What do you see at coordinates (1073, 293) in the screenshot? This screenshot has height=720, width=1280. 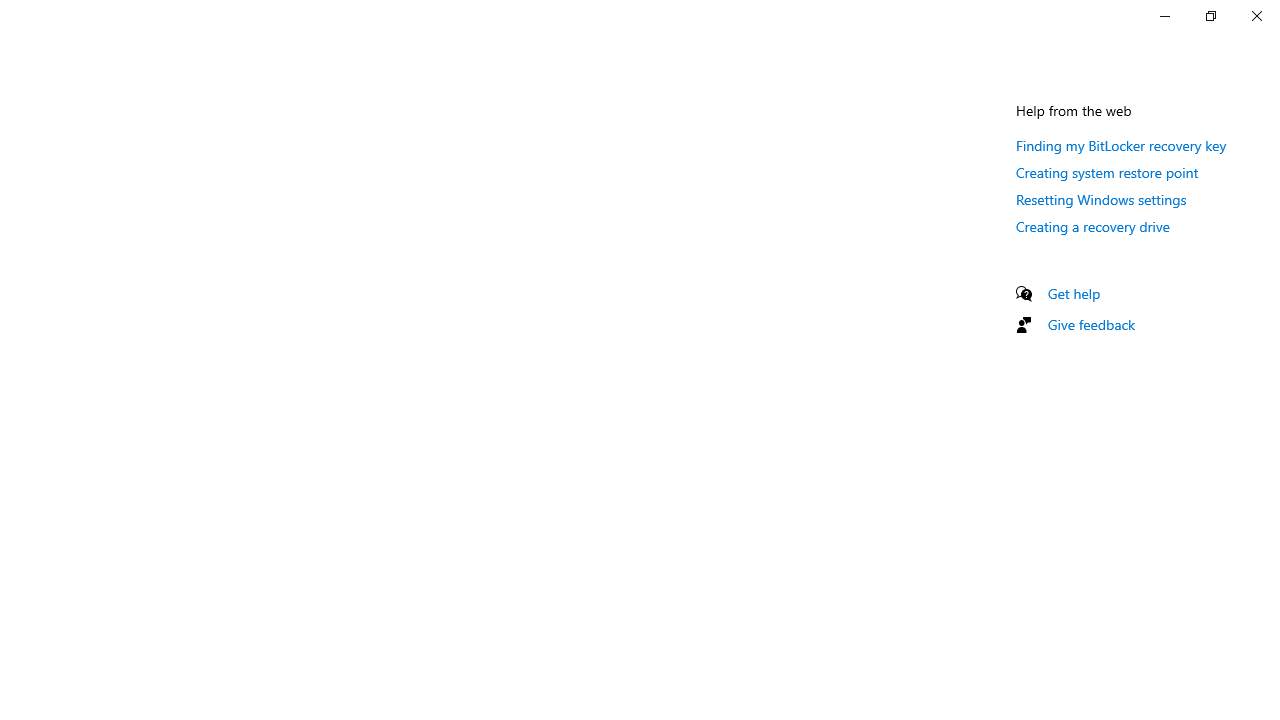 I see `'Get help'` at bounding box center [1073, 293].